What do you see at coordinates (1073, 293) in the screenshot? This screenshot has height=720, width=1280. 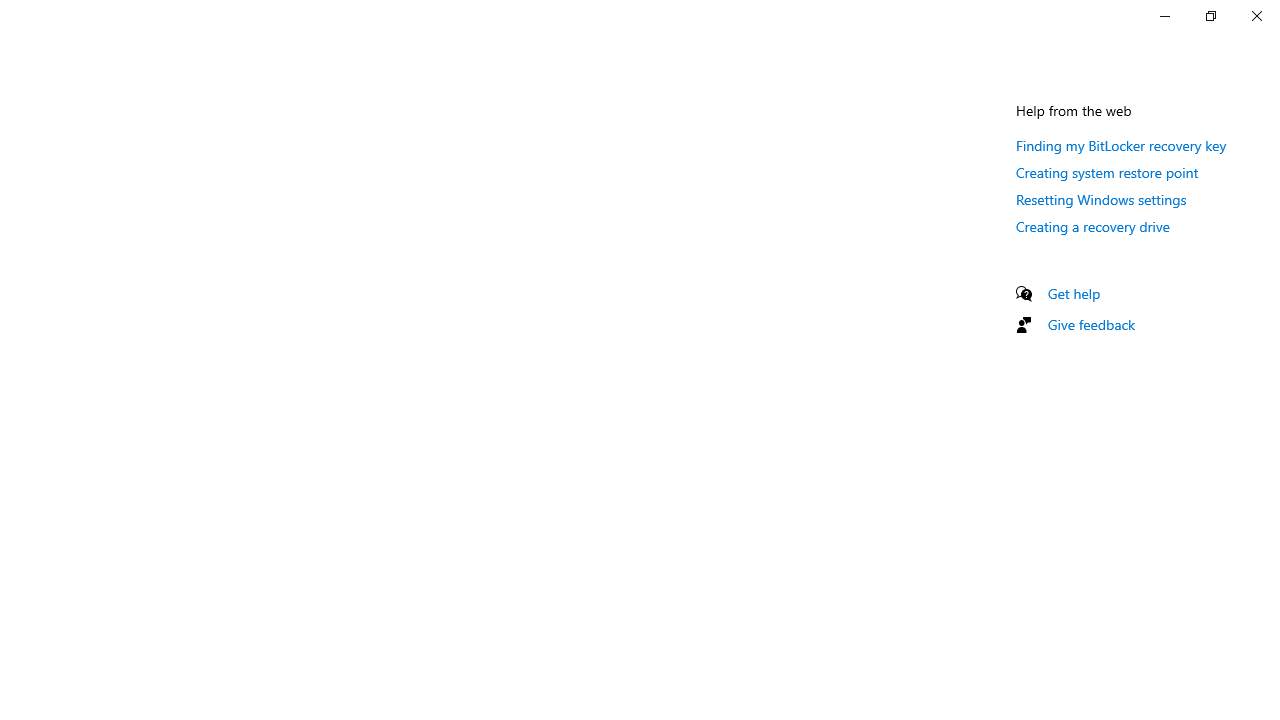 I see `'Get help'` at bounding box center [1073, 293].